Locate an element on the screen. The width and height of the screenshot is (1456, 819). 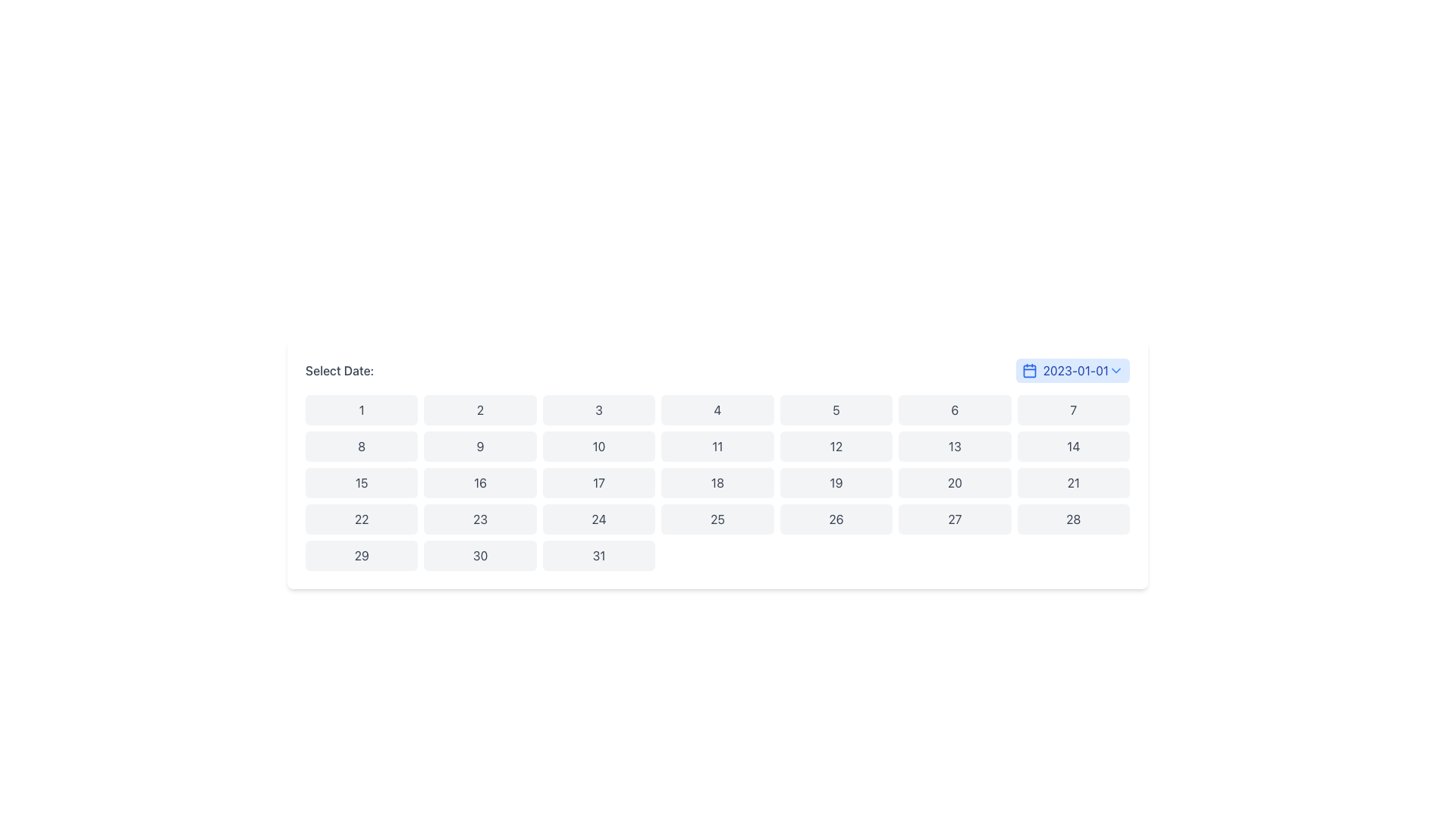
the square button with rounded corners displaying the number '14' is located at coordinates (1072, 446).